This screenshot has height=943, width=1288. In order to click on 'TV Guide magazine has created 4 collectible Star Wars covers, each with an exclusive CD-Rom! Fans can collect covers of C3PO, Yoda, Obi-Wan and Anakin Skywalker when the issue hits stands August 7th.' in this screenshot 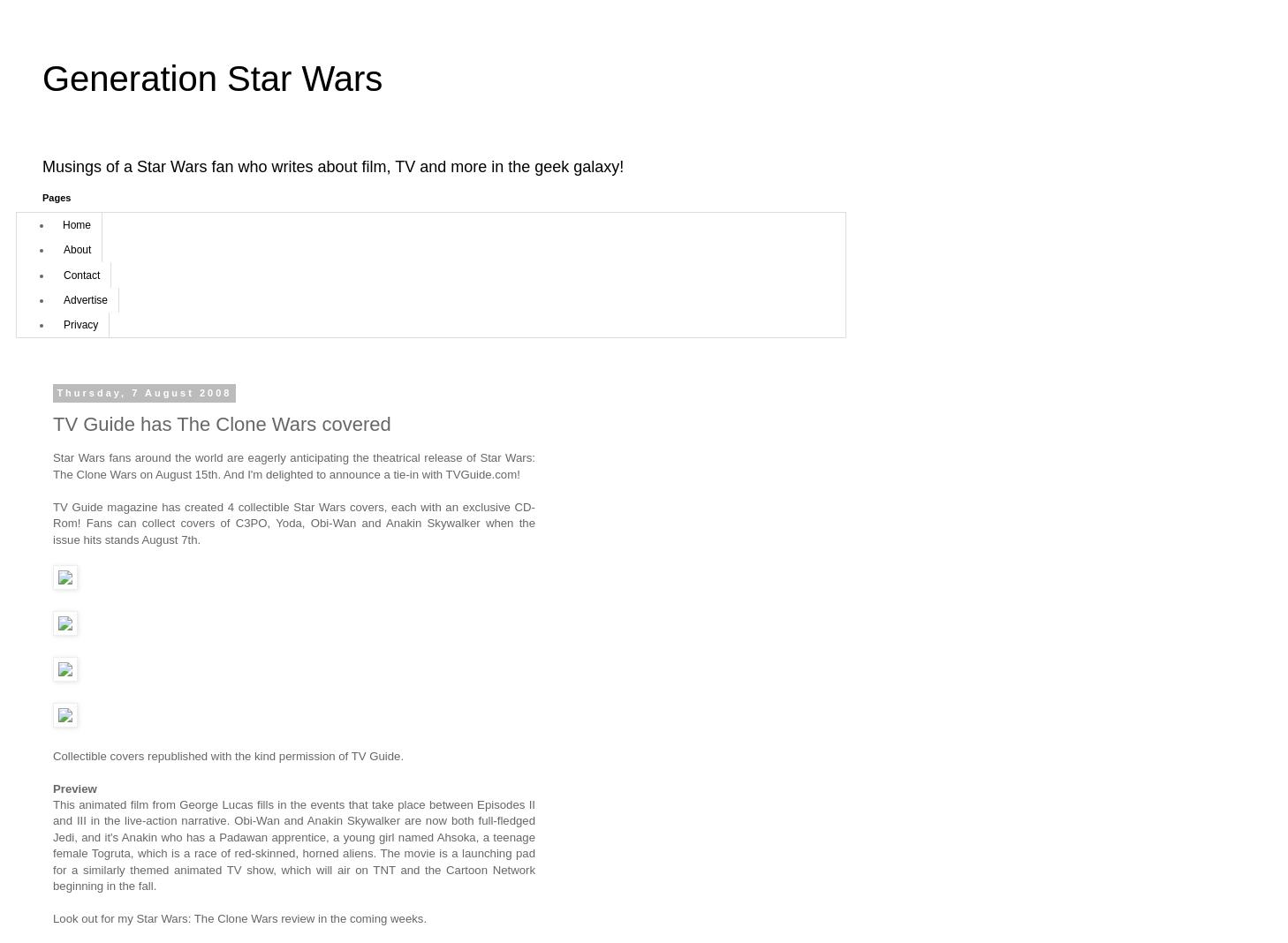, I will do `click(293, 521)`.